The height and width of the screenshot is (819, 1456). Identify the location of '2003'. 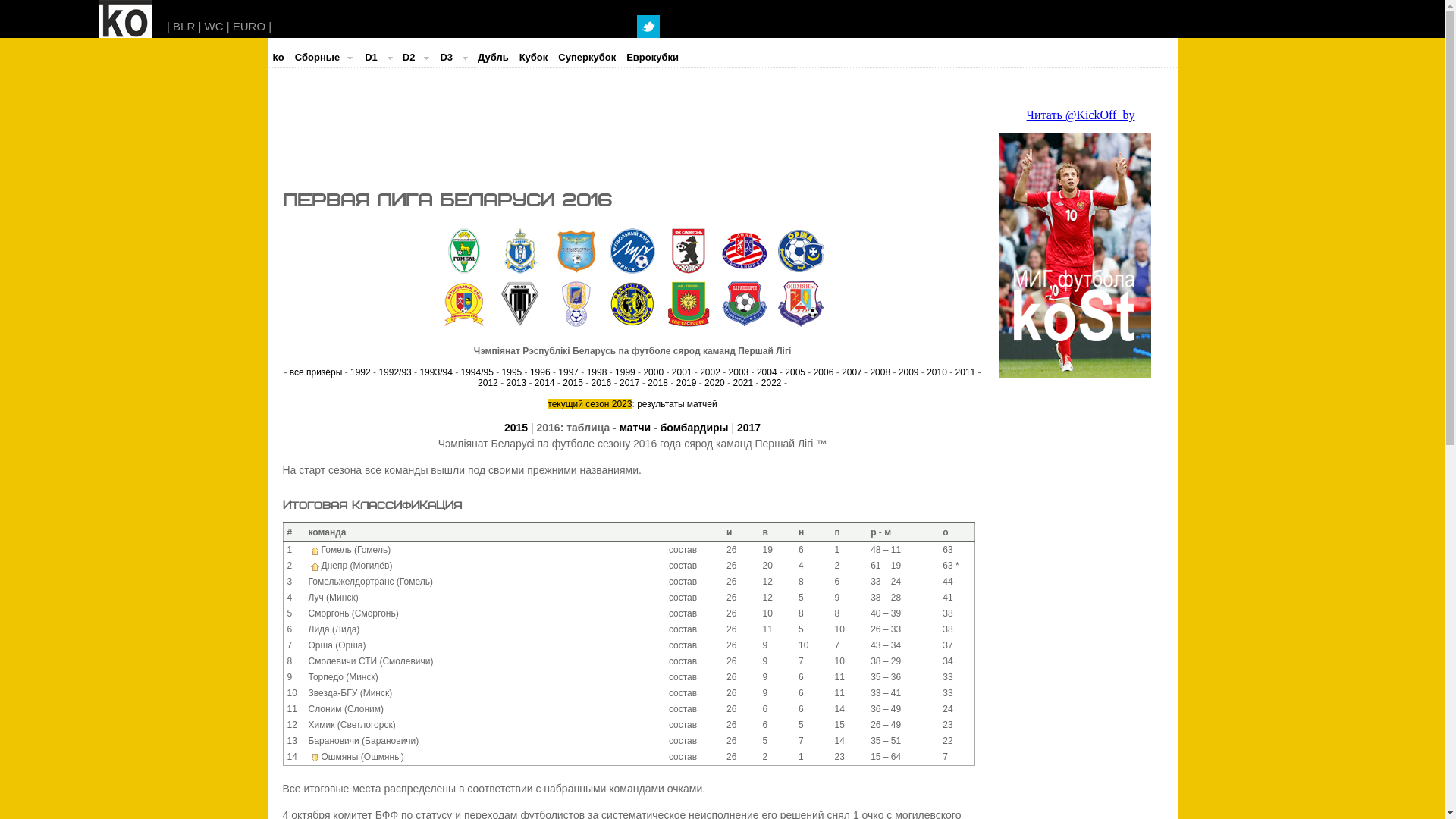
(739, 372).